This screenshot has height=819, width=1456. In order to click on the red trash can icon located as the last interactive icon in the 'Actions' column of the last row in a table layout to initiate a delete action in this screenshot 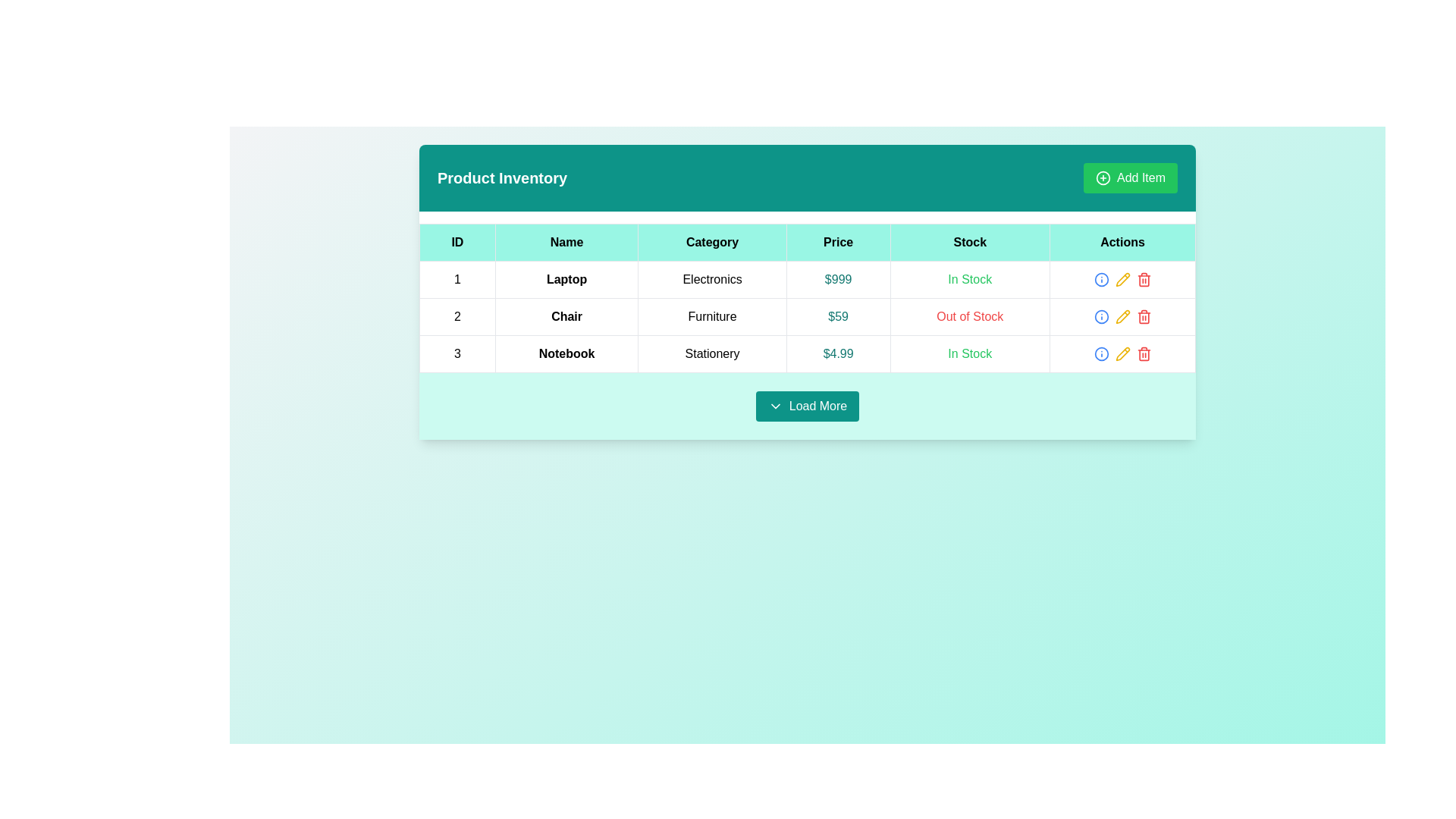, I will do `click(1144, 353)`.